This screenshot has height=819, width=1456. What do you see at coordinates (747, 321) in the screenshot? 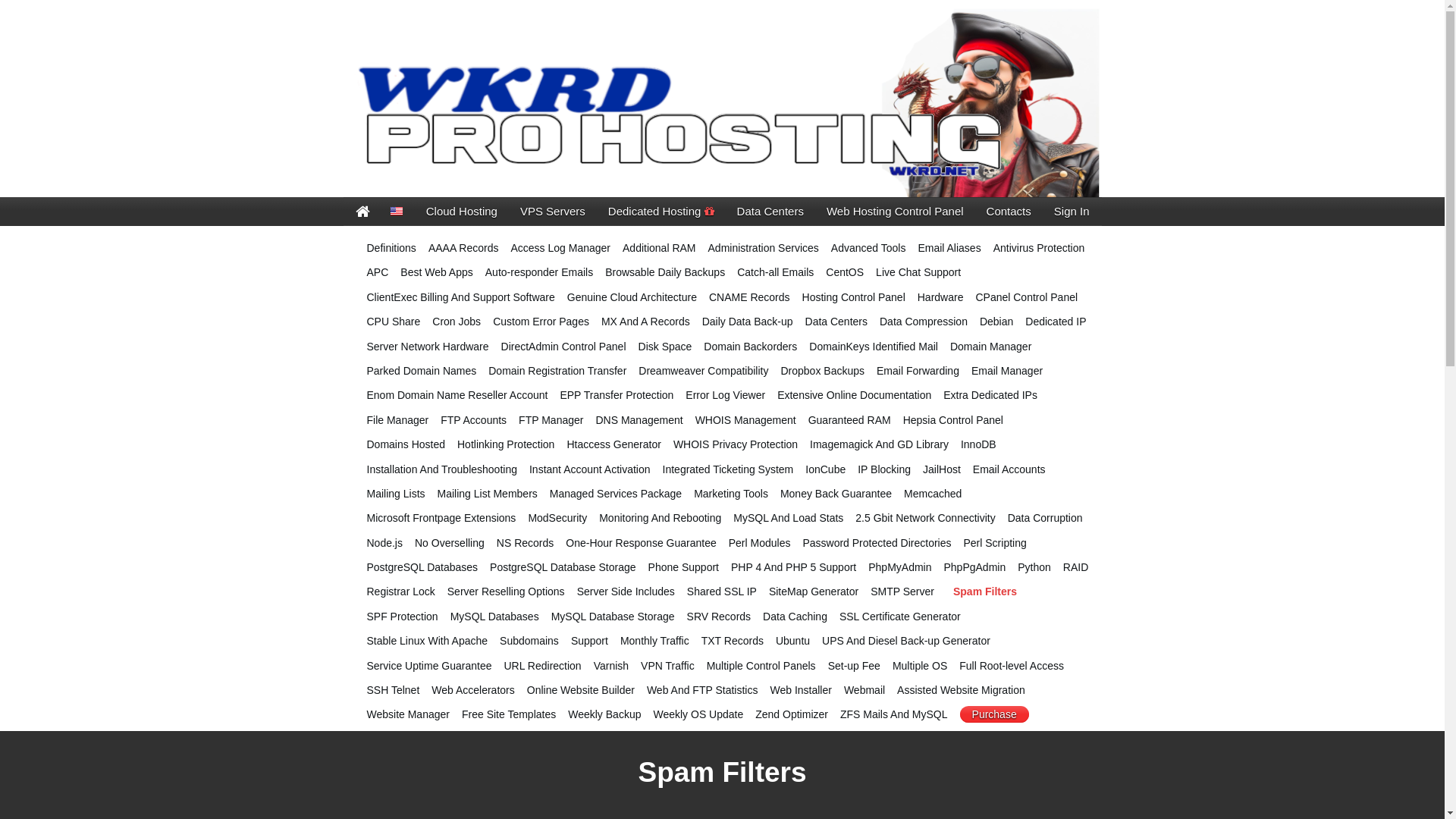
I see `'Daily Data Back-up'` at bounding box center [747, 321].